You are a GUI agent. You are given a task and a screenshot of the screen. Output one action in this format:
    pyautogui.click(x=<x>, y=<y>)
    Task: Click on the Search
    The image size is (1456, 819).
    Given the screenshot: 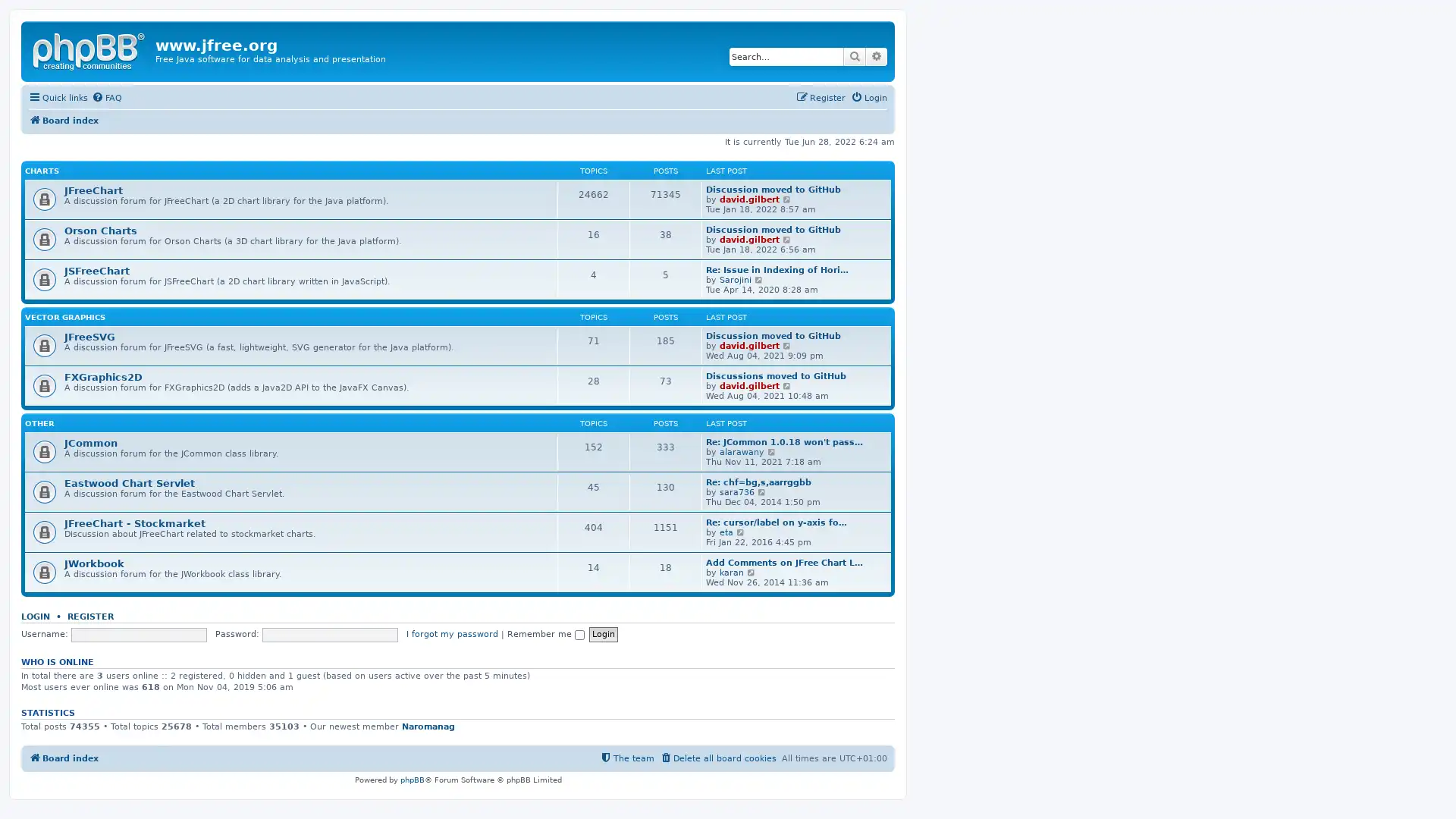 What is the action you would take?
    pyautogui.click(x=855, y=55)
    